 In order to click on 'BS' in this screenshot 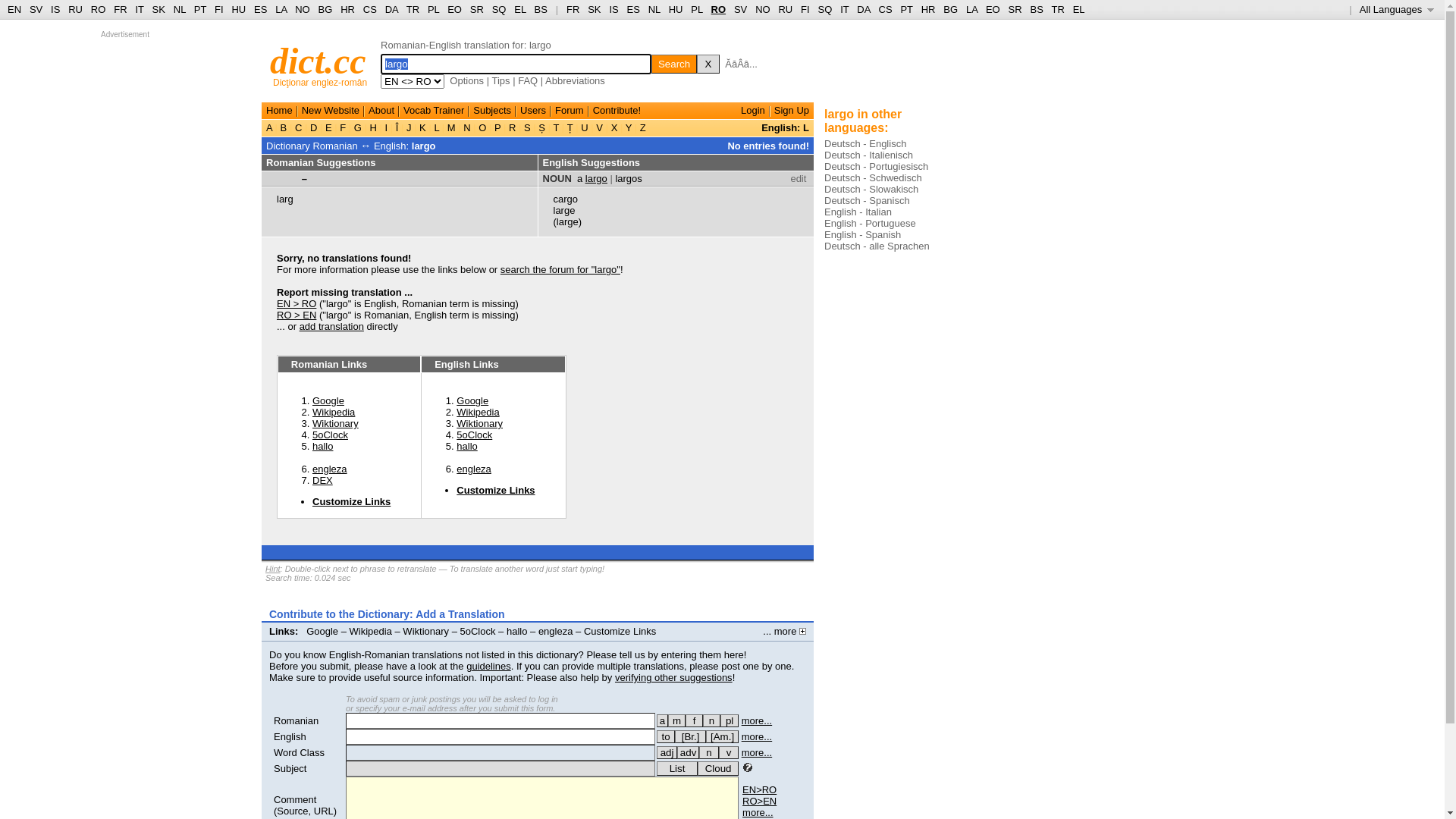, I will do `click(541, 9)`.